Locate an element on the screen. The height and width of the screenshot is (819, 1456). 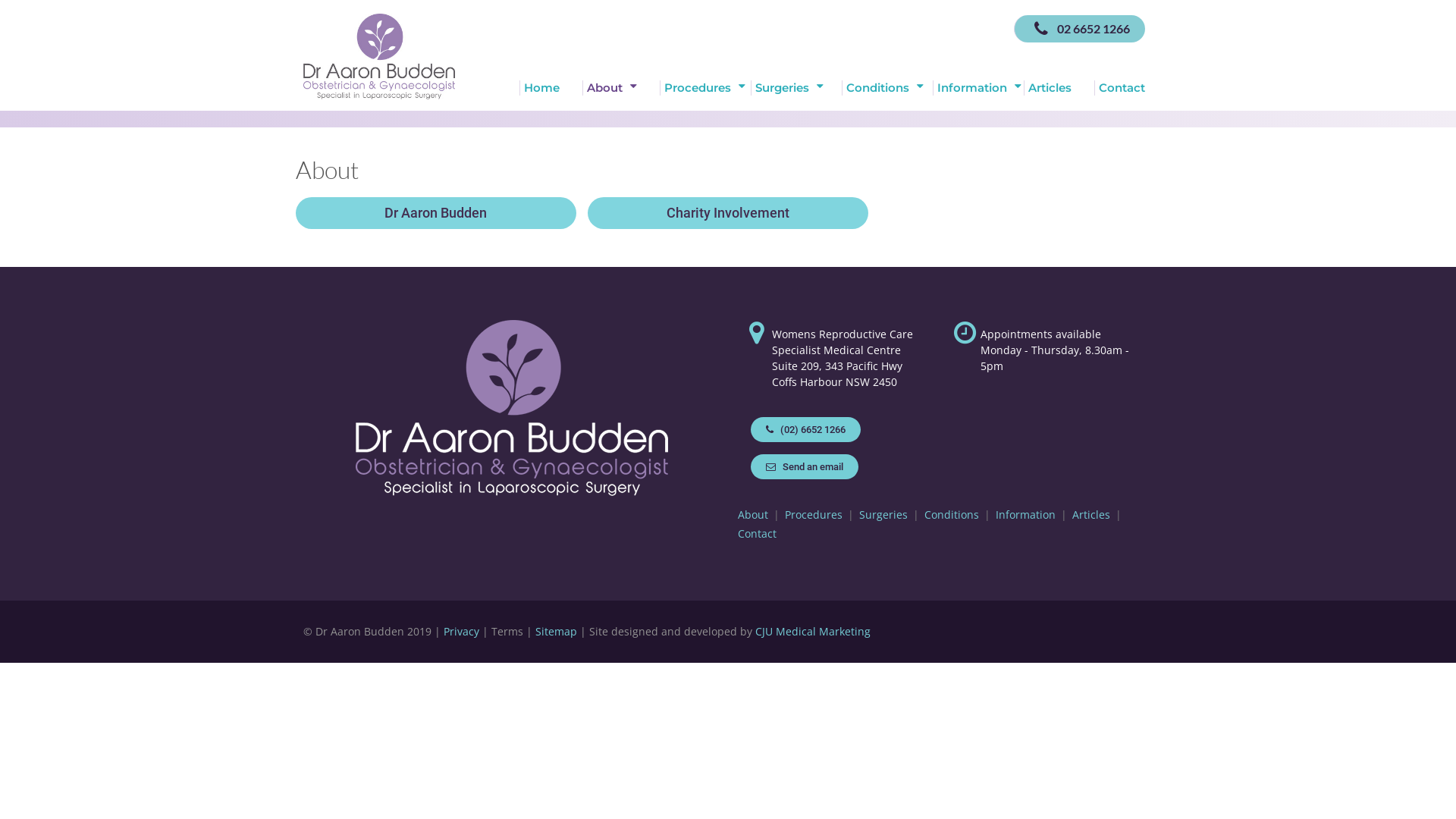
'02 6652 1266' is located at coordinates (1078, 29).